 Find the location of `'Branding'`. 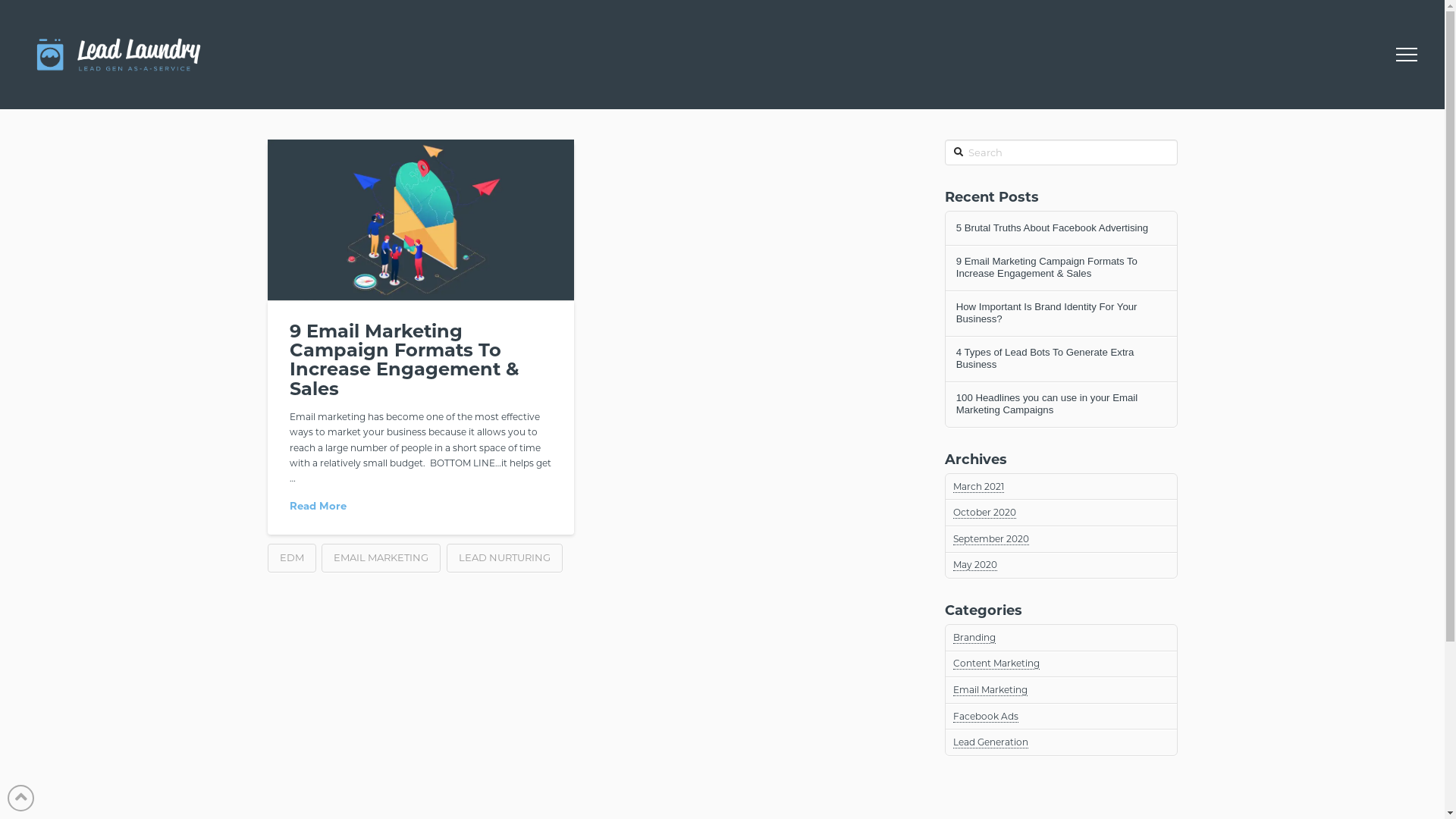

'Branding' is located at coordinates (974, 637).